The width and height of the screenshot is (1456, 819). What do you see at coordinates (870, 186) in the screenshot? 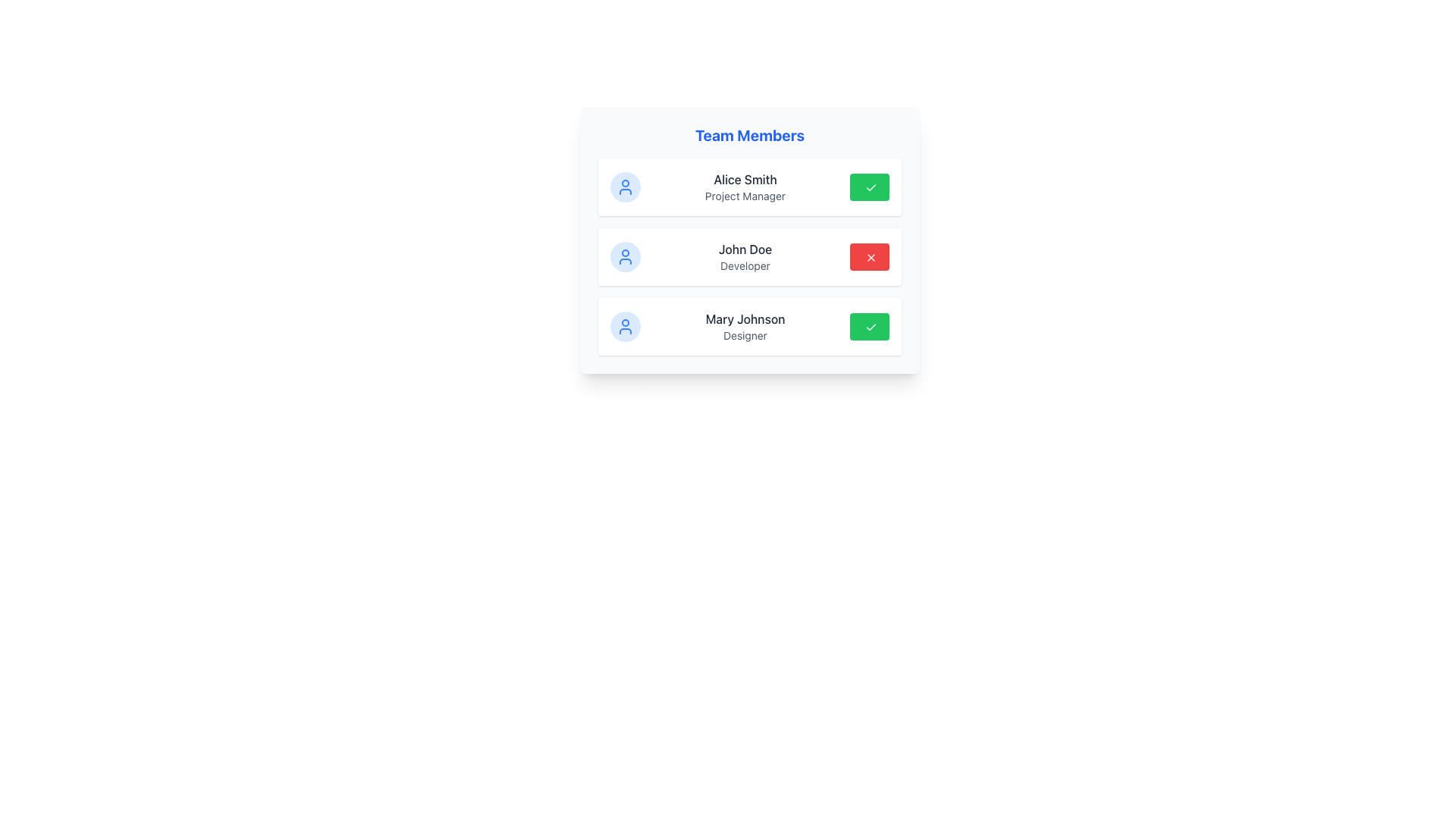
I see `the approval button for Alice Smith, Project Manager` at bounding box center [870, 186].